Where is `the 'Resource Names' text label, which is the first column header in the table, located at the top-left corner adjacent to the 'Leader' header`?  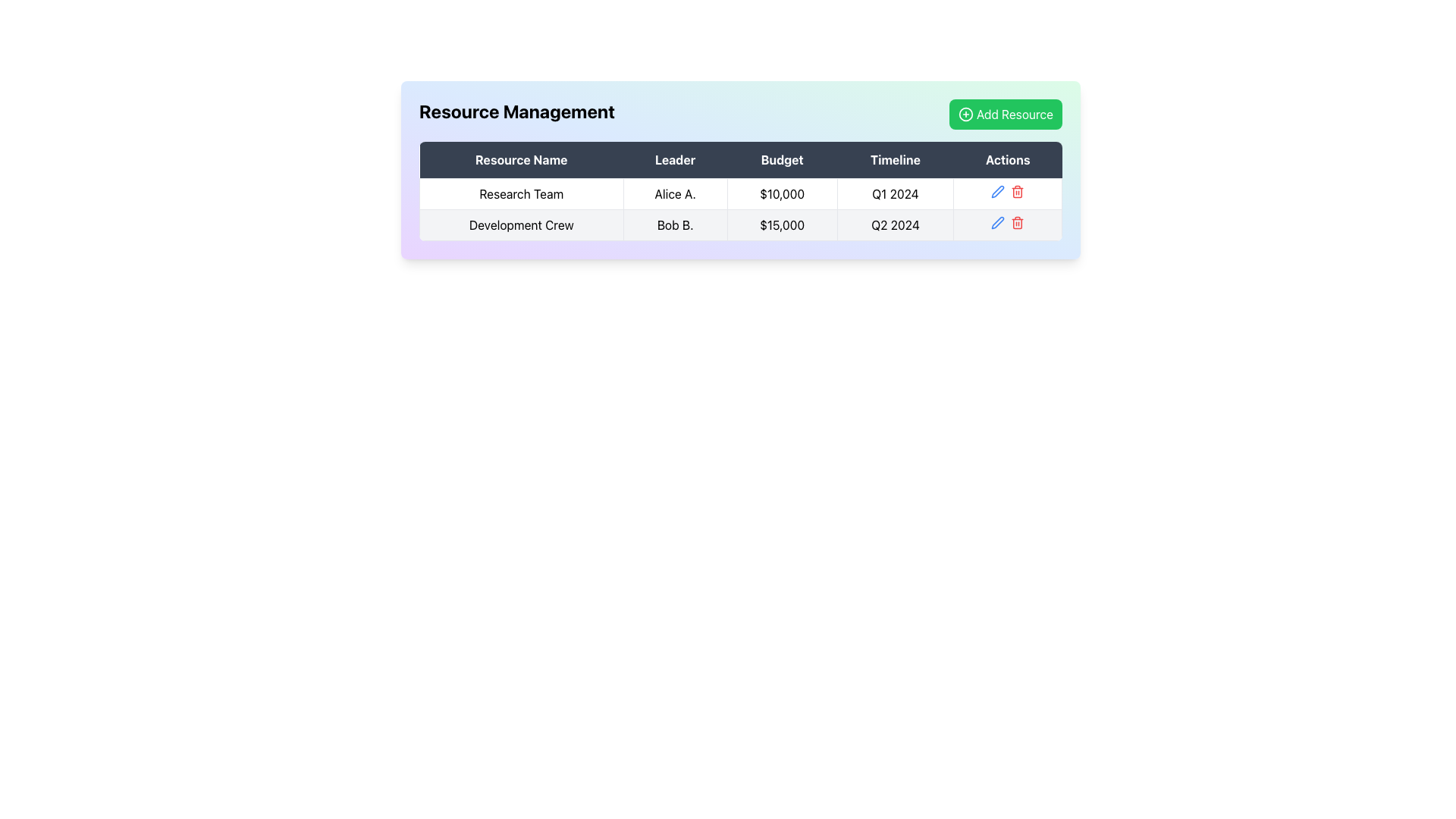
the 'Resource Names' text label, which is the first column header in the table, located at the top-left corner adjacent to the 'Leader' header is located at coordinates (521, 160).